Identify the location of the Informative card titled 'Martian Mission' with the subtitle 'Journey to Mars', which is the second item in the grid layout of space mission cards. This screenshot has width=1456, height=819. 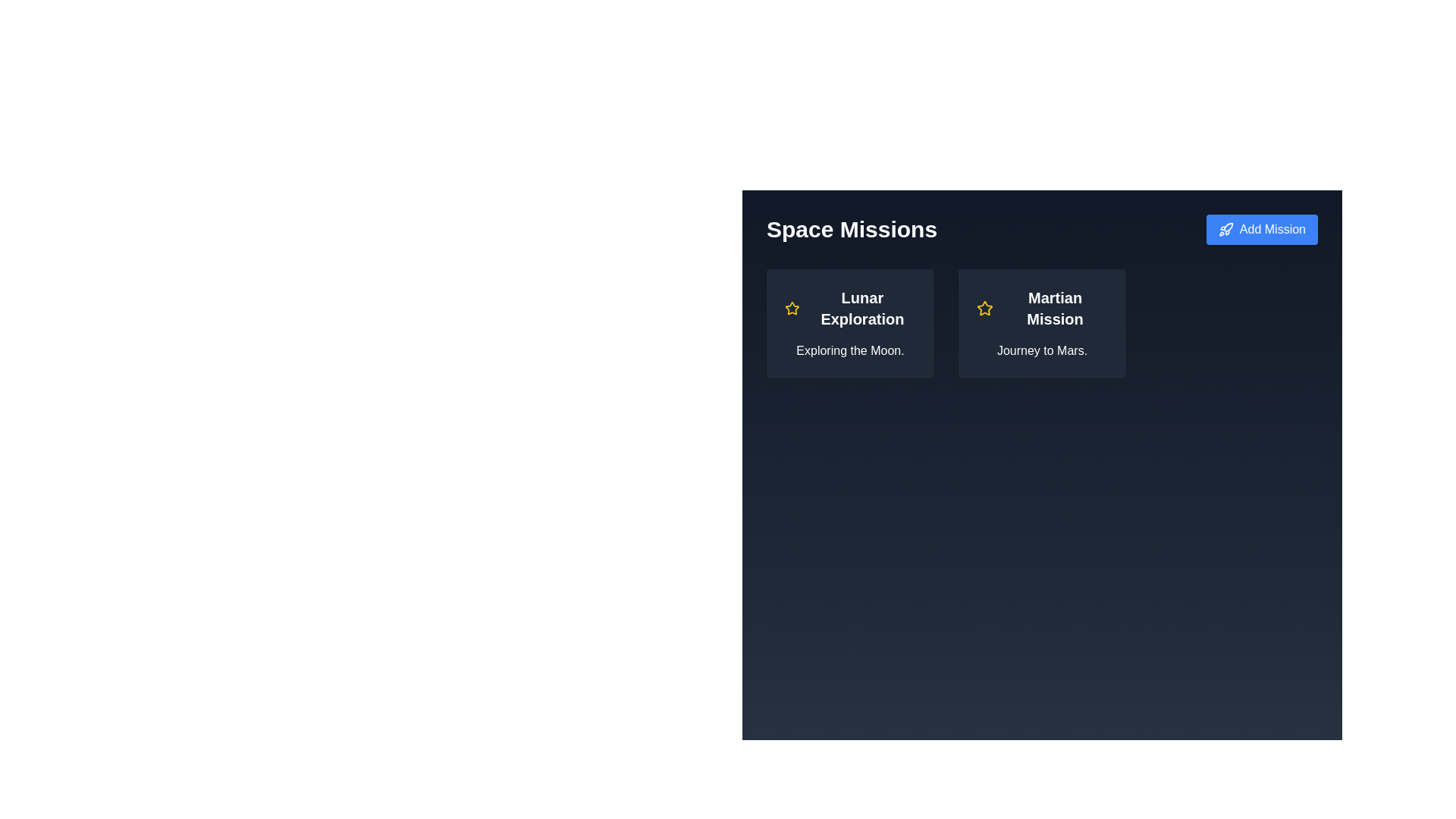
(1041, 323).